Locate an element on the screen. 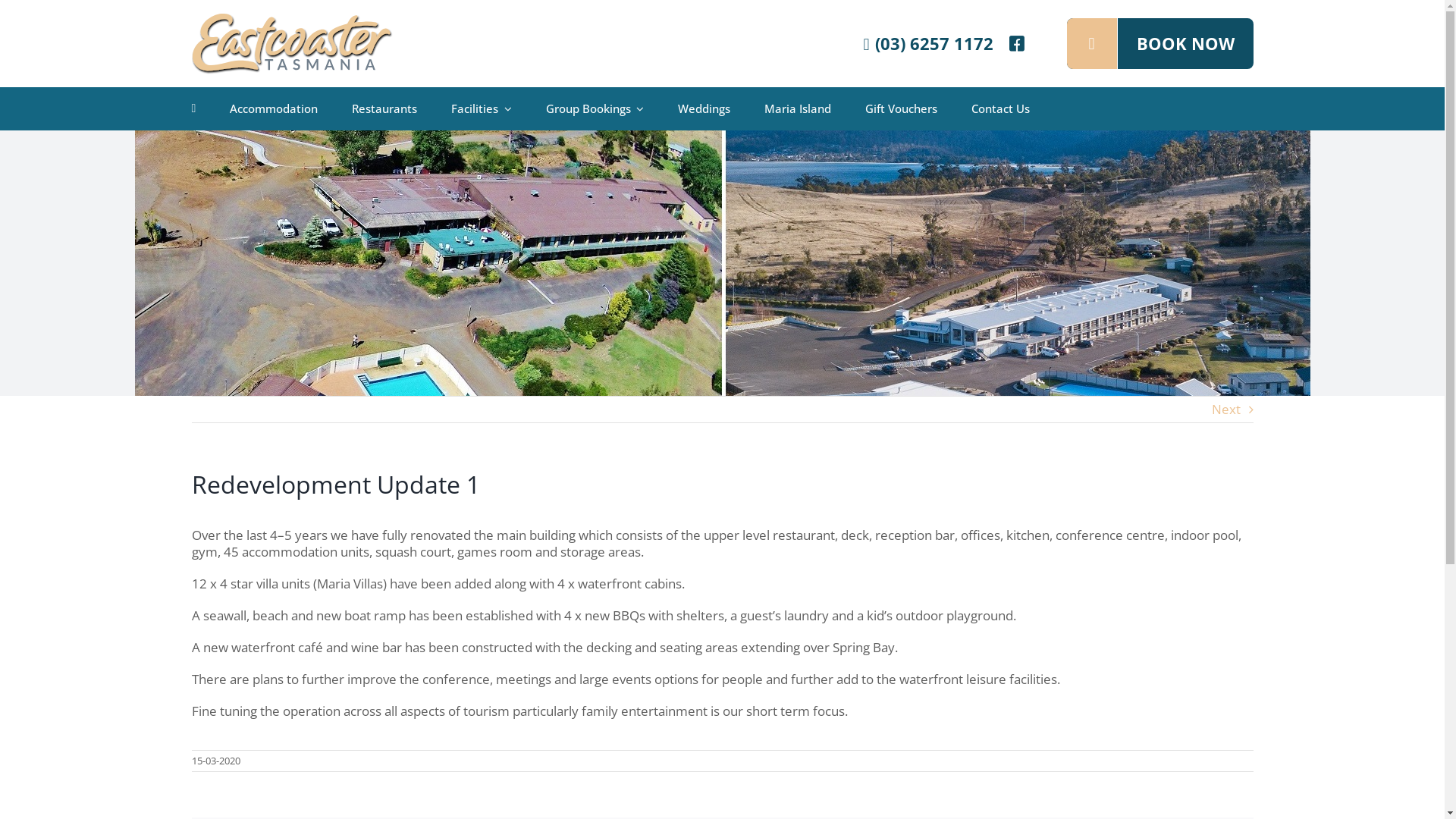 This screenshot has height=819, width=1456. 'Facilities' is located at coordinates (480, 108).